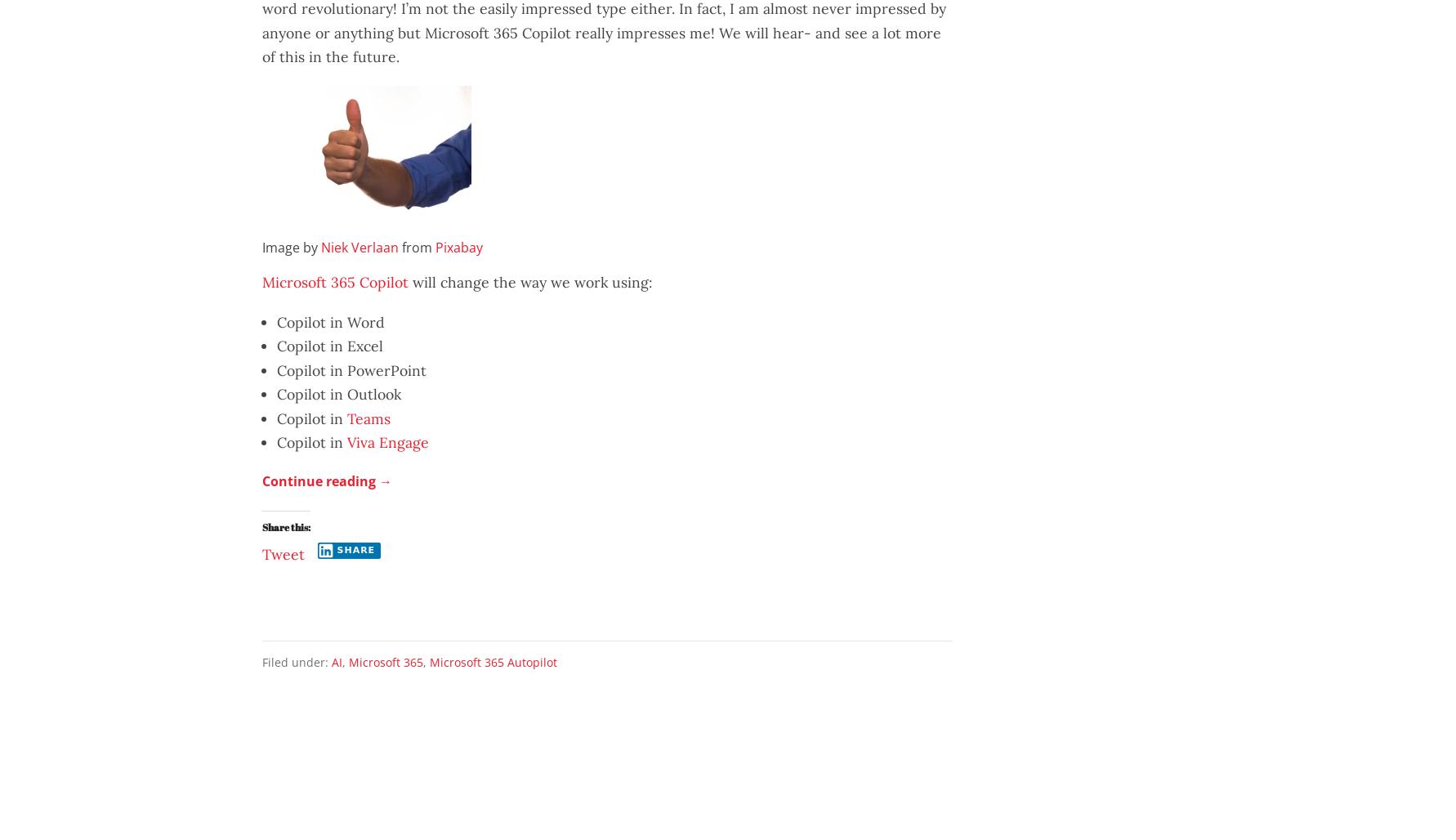 The width and height of the screenshot is (1456, 840). What do you see at coordinates (346, 417) in the screenshot?
I see `'Teams'` at bounding box center [346, 417].